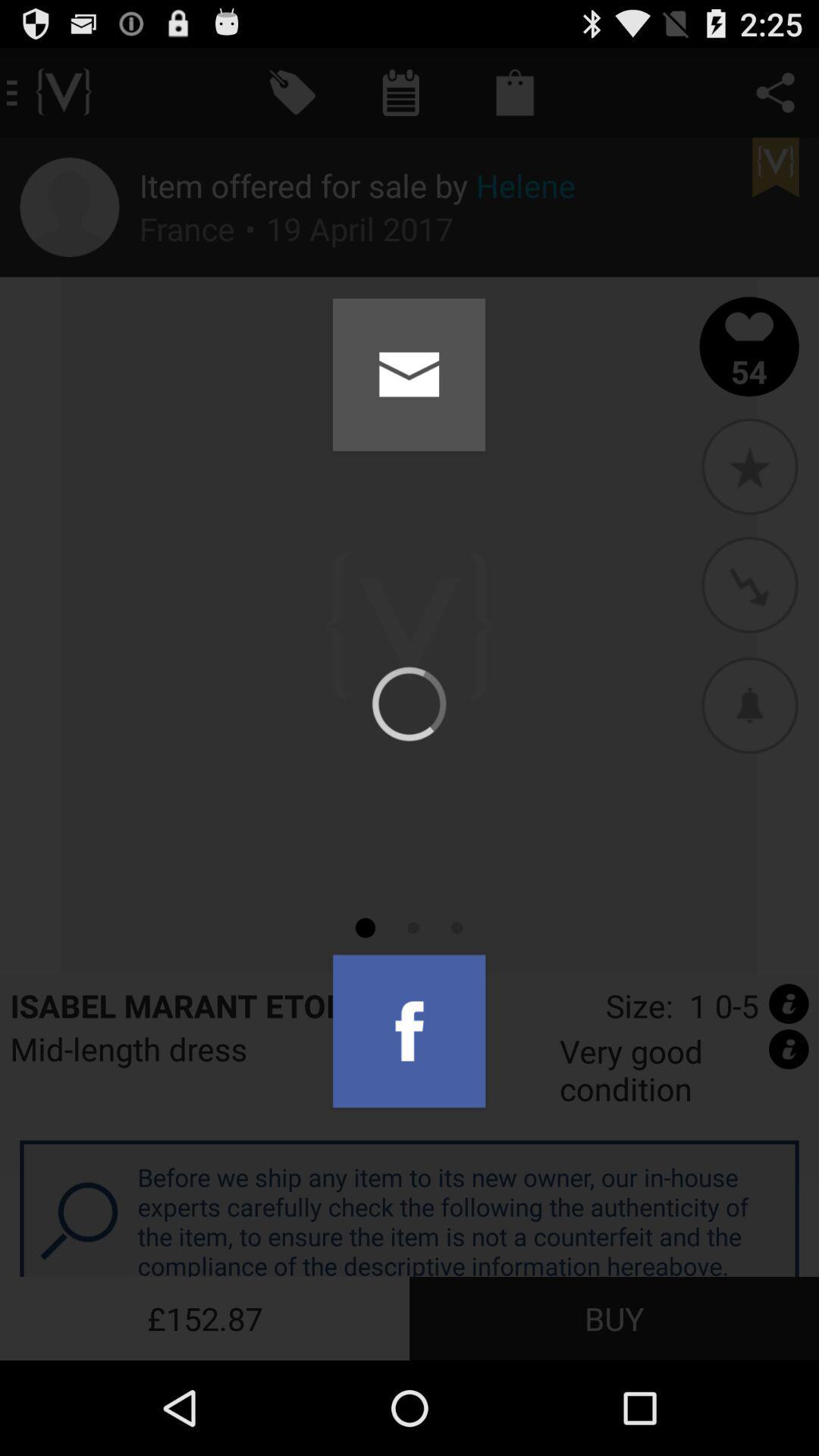 The height and width of the screenshot is (1456, 819). What do you see at coordinates (748, 754) in the screenshot?
I see `the avatar icon` at bounding box center [748, 754].